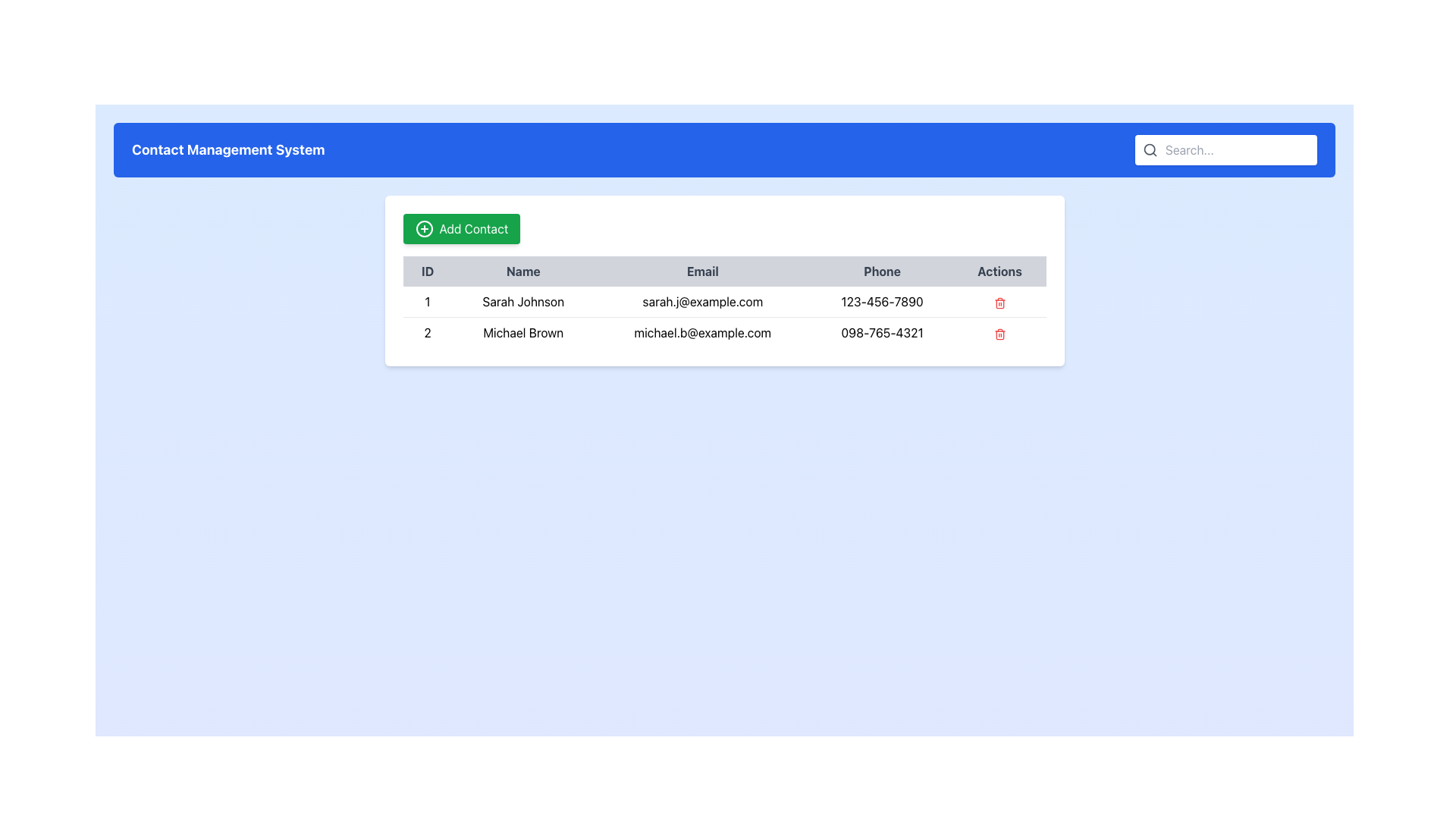 The height and width of the screenshot is (819, 1456). I want to click on the Static Text element labeled 'Contact Management System', which is styled in bold and large white font on a blue background, so click(227, 149).